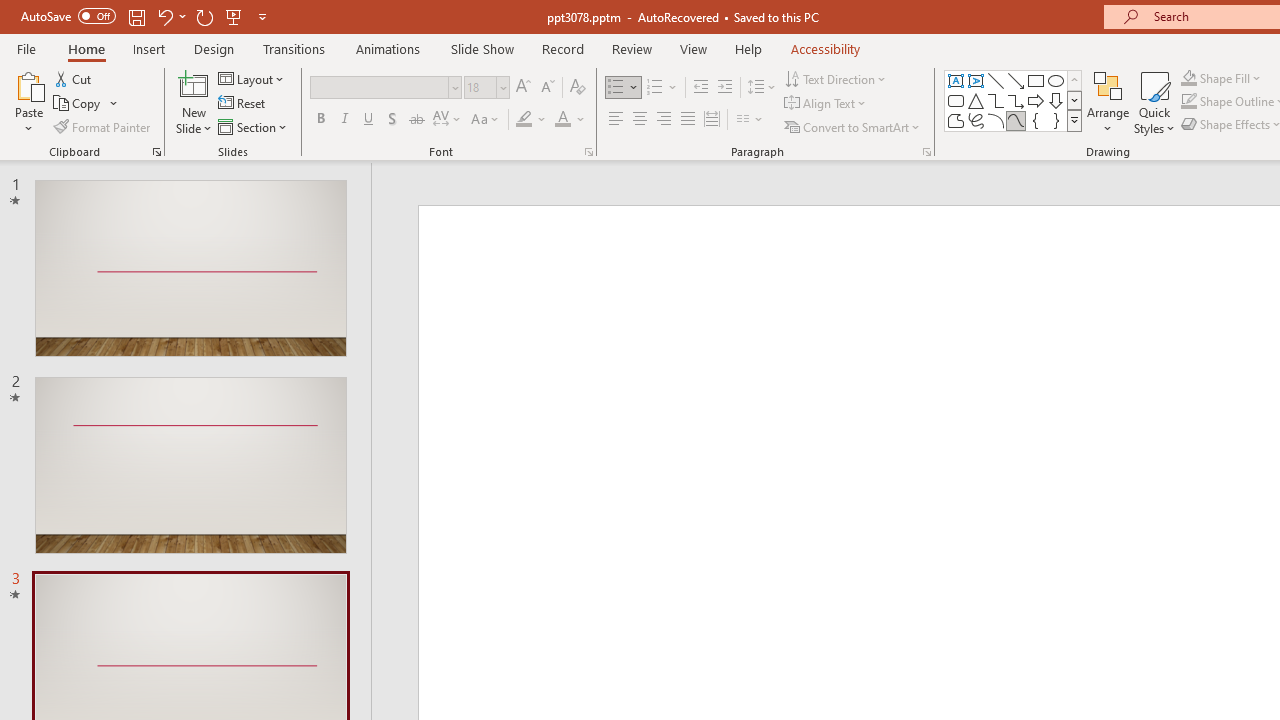 This screenshot has width=1280, height=720. What do you see at coordinates (1073, 79) in the screenshot?
I see `'Row up'` at bounding box center [1073, 79].